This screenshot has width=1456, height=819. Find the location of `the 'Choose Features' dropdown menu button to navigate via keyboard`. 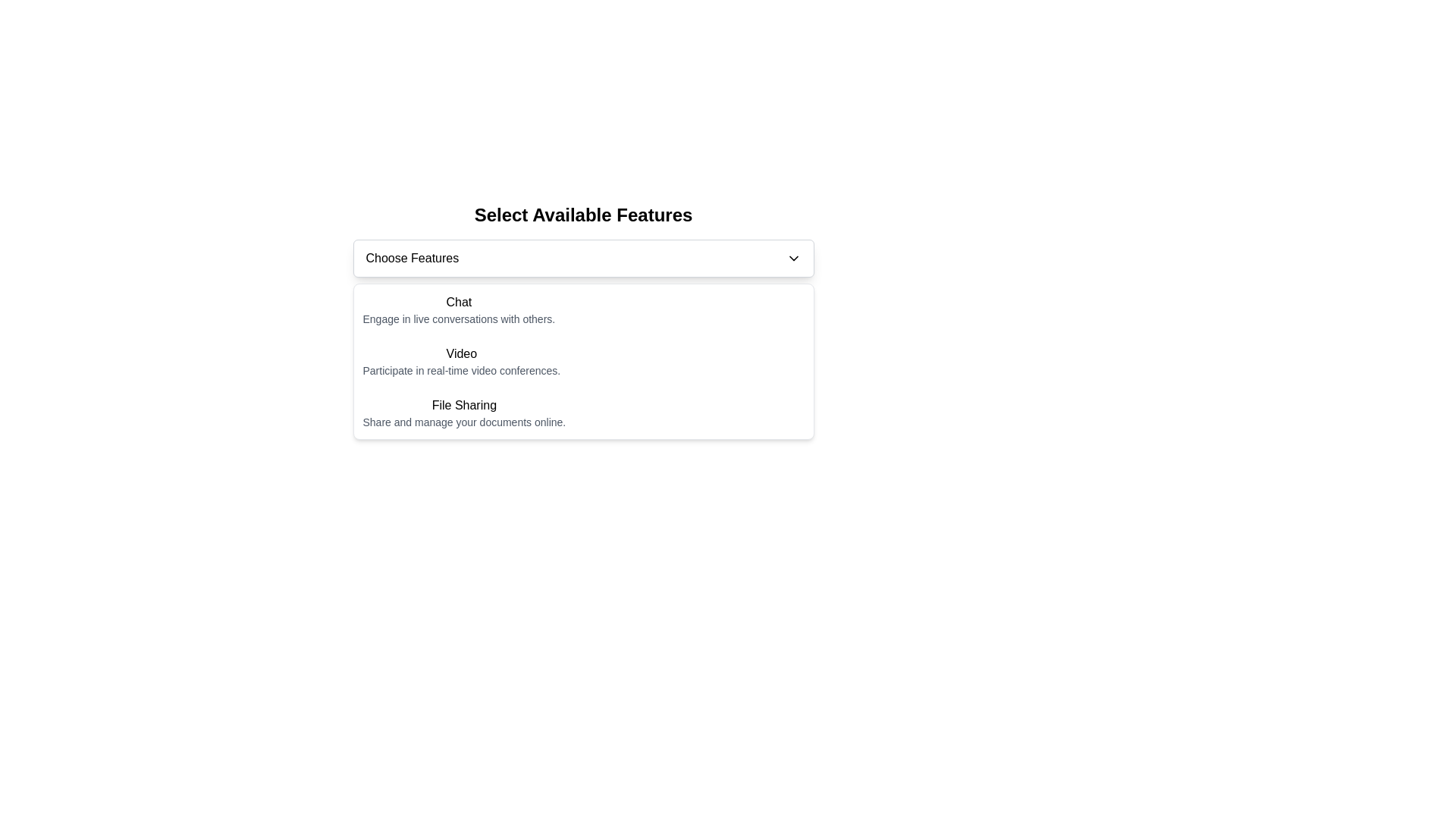

the 'Choose Features' dropdown menu button to navigate via keyboard is located at coordinates (582, 257).